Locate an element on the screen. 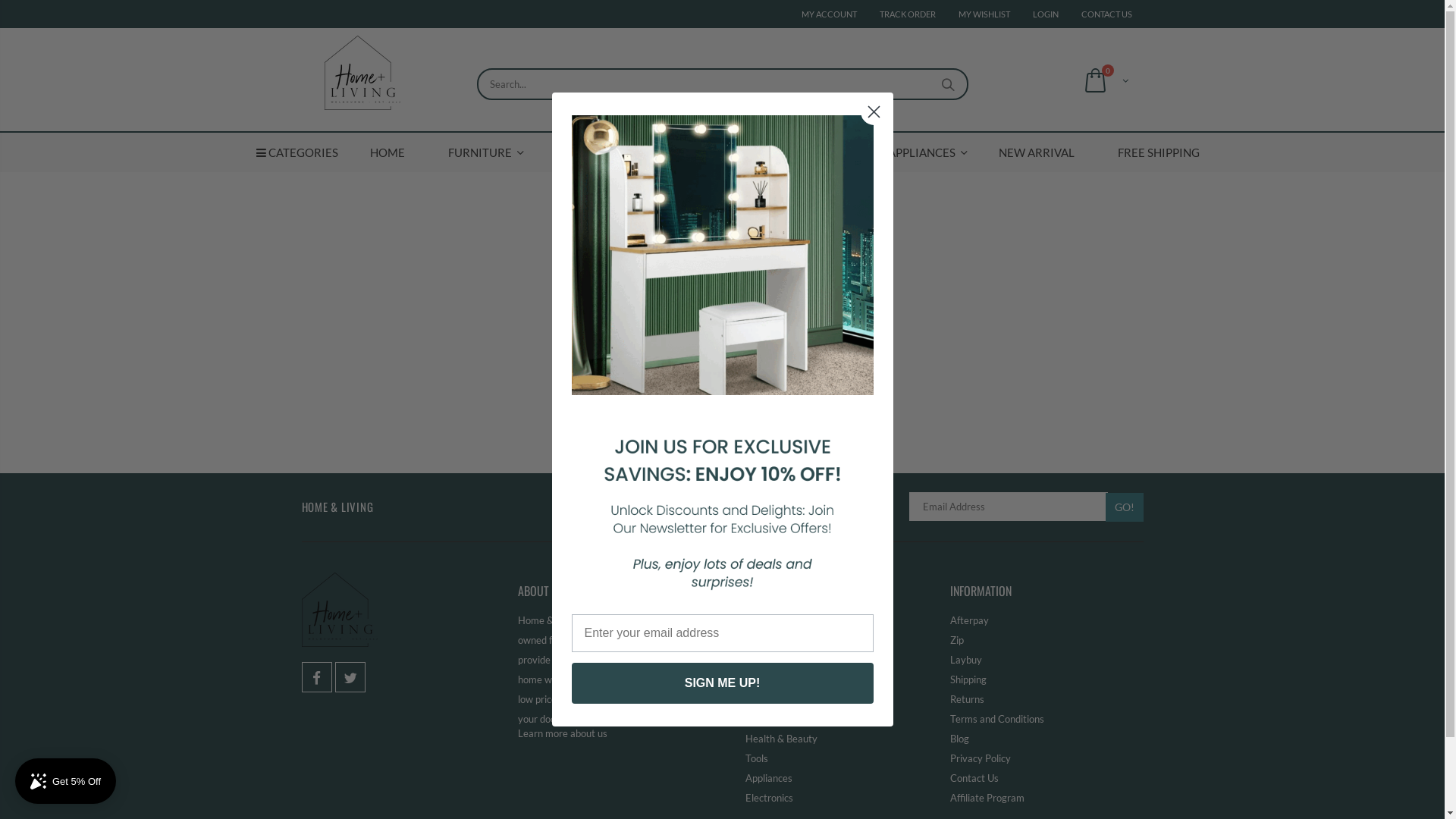  'Go!' is located at coordinates (1125, 507).